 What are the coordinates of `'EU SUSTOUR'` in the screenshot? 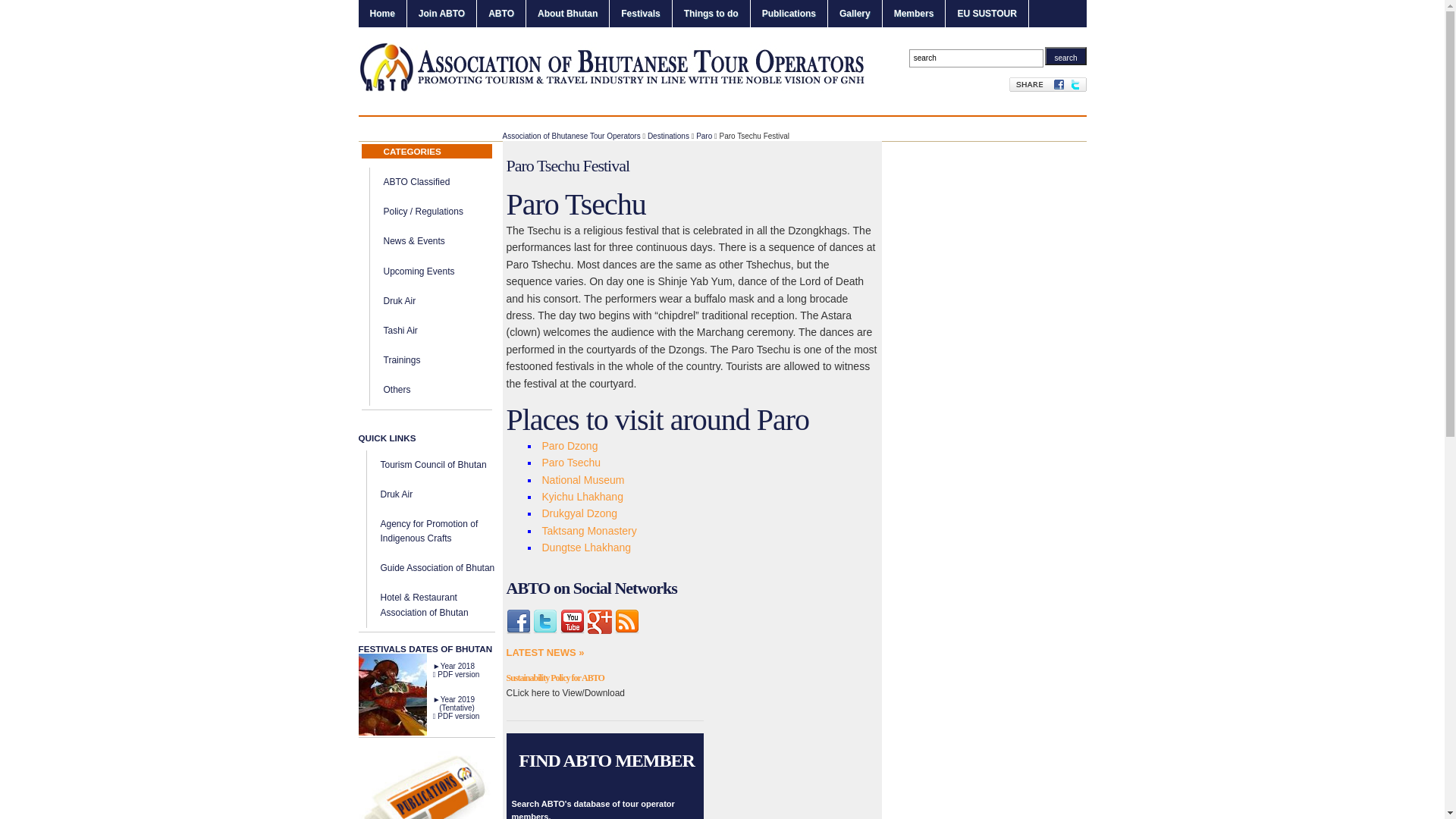 It's located at (986, 14).